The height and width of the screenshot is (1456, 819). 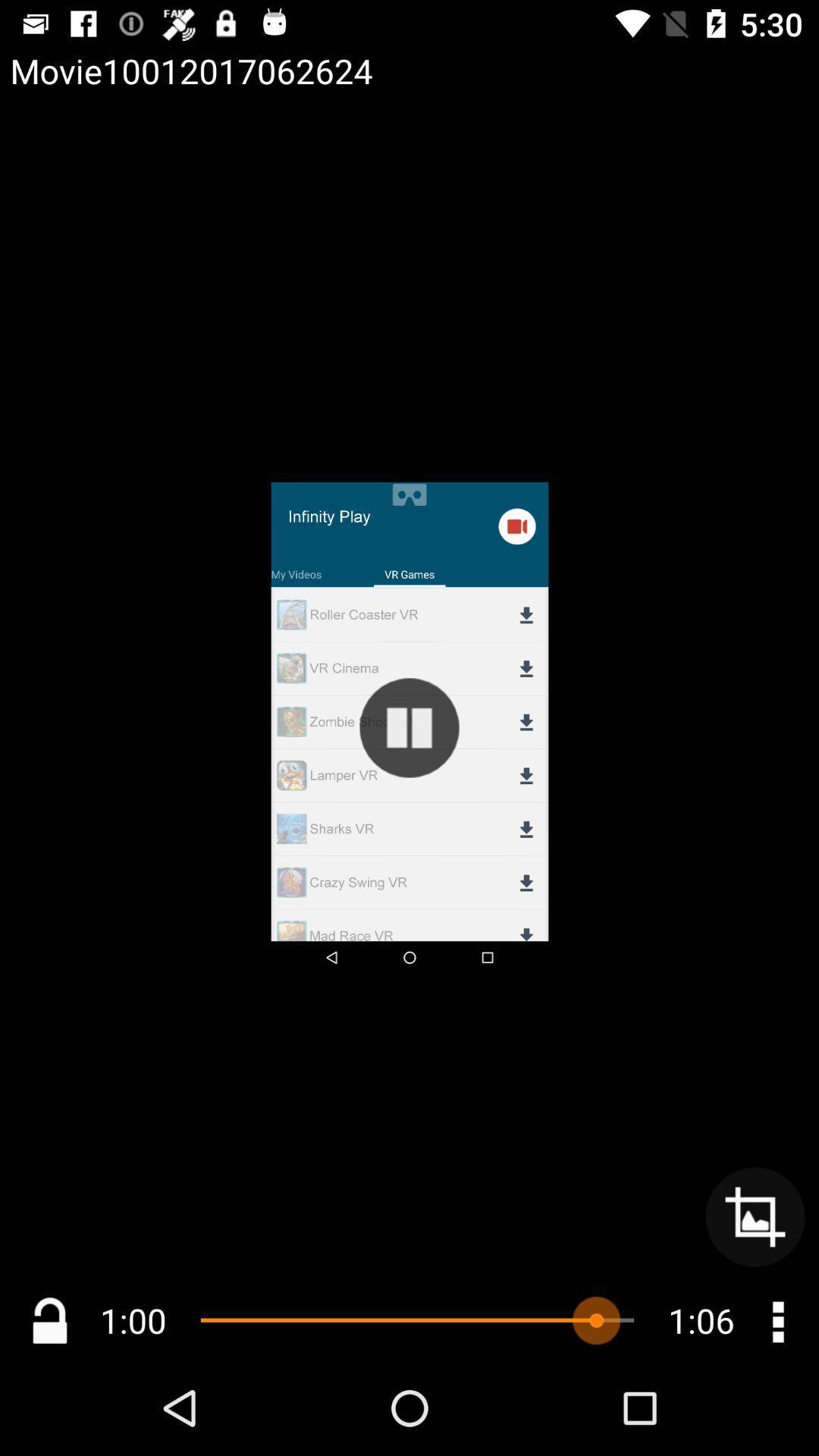 What do you see at coordinates (49, 1319) in the screenshot?
I see `the lock icon` at bounding box center [49, 1319].